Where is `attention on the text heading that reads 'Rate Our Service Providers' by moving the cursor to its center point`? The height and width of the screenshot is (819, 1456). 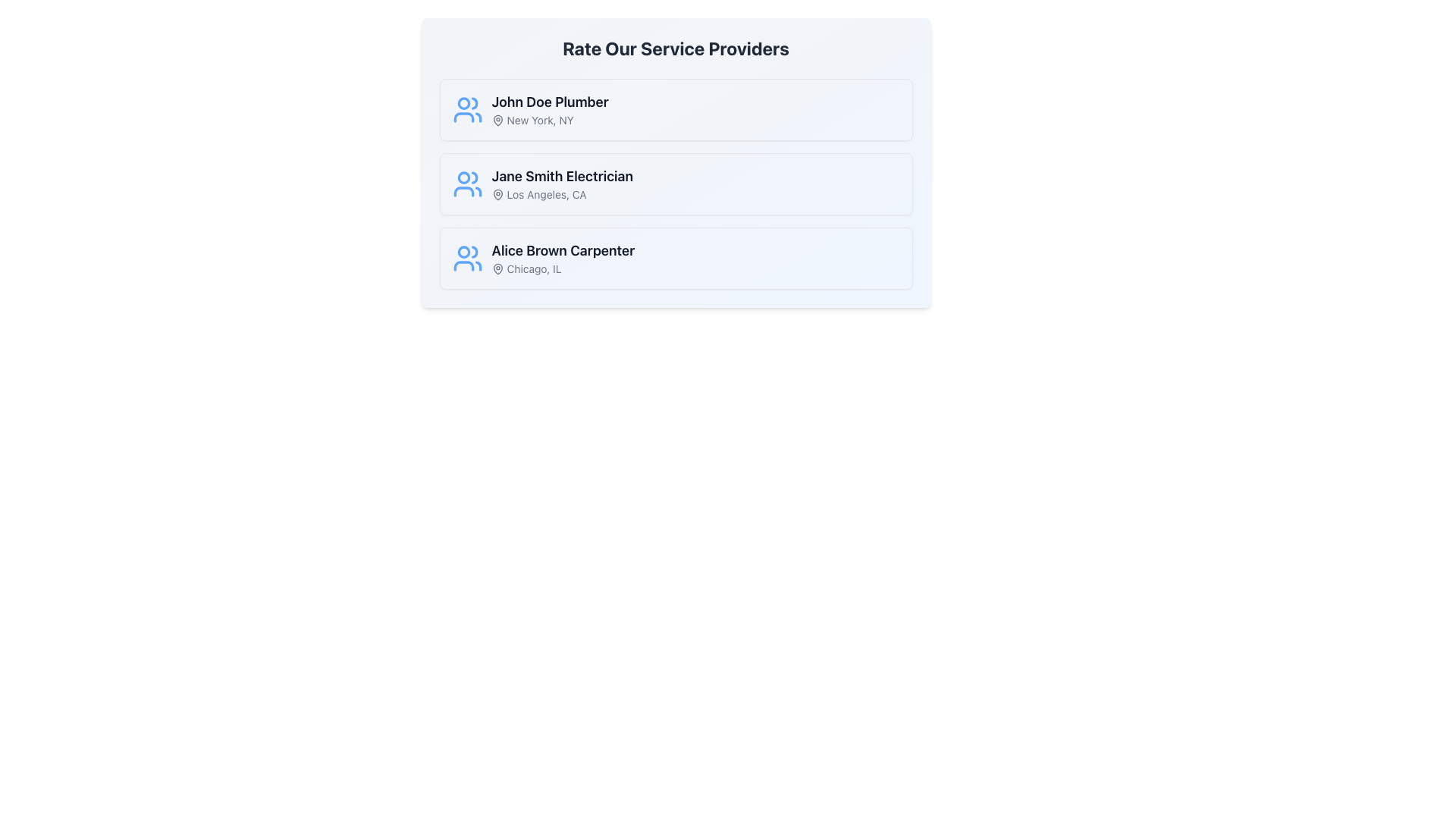
attention on the text heading that reads 'Rate Our Service Providers' by moving the cursor to its center point is located at coordinates (675, 48).